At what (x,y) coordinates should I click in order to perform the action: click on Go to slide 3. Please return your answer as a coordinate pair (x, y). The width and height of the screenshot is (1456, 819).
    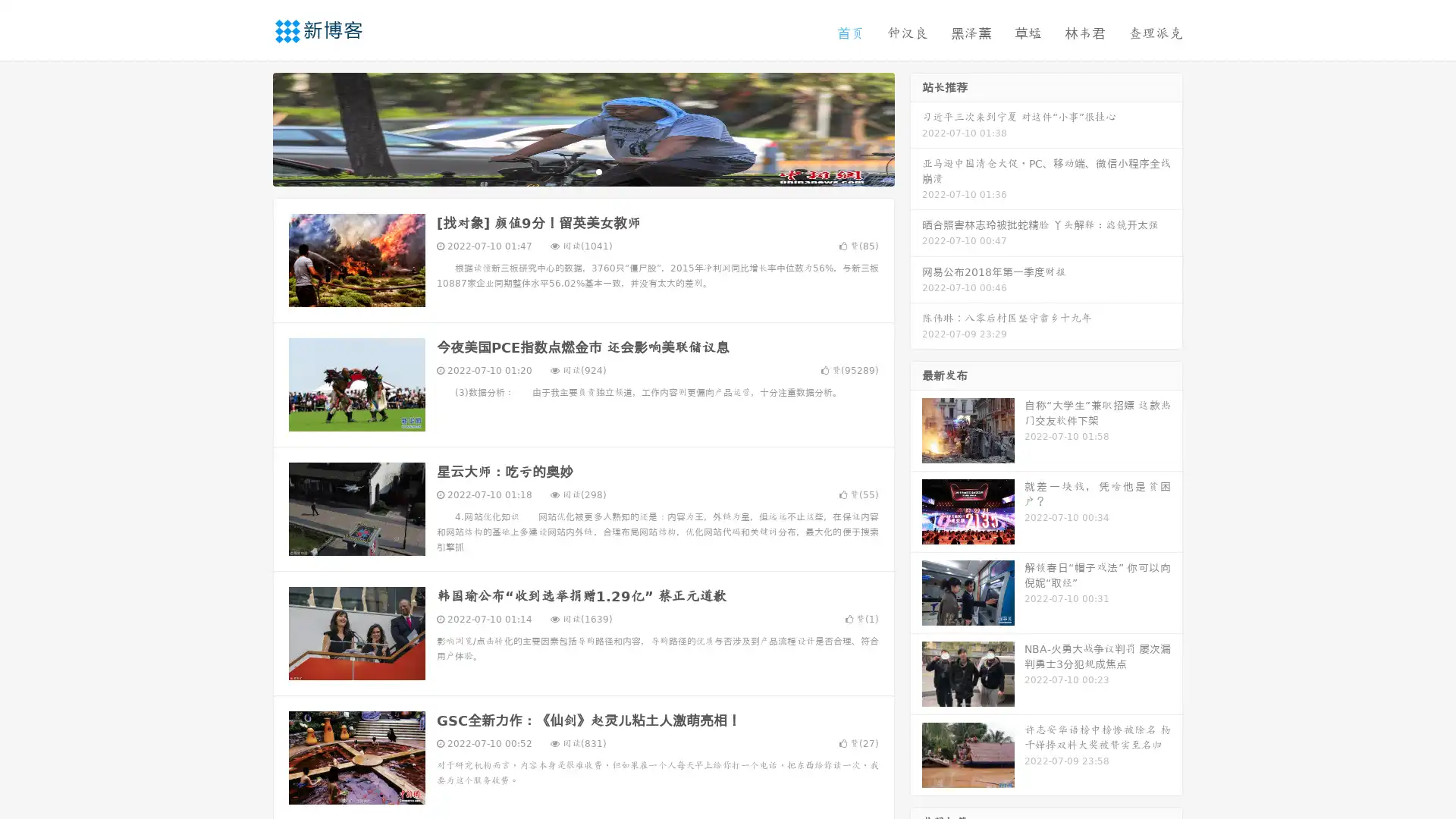
    Looking at the image, I should click on (598, 171).